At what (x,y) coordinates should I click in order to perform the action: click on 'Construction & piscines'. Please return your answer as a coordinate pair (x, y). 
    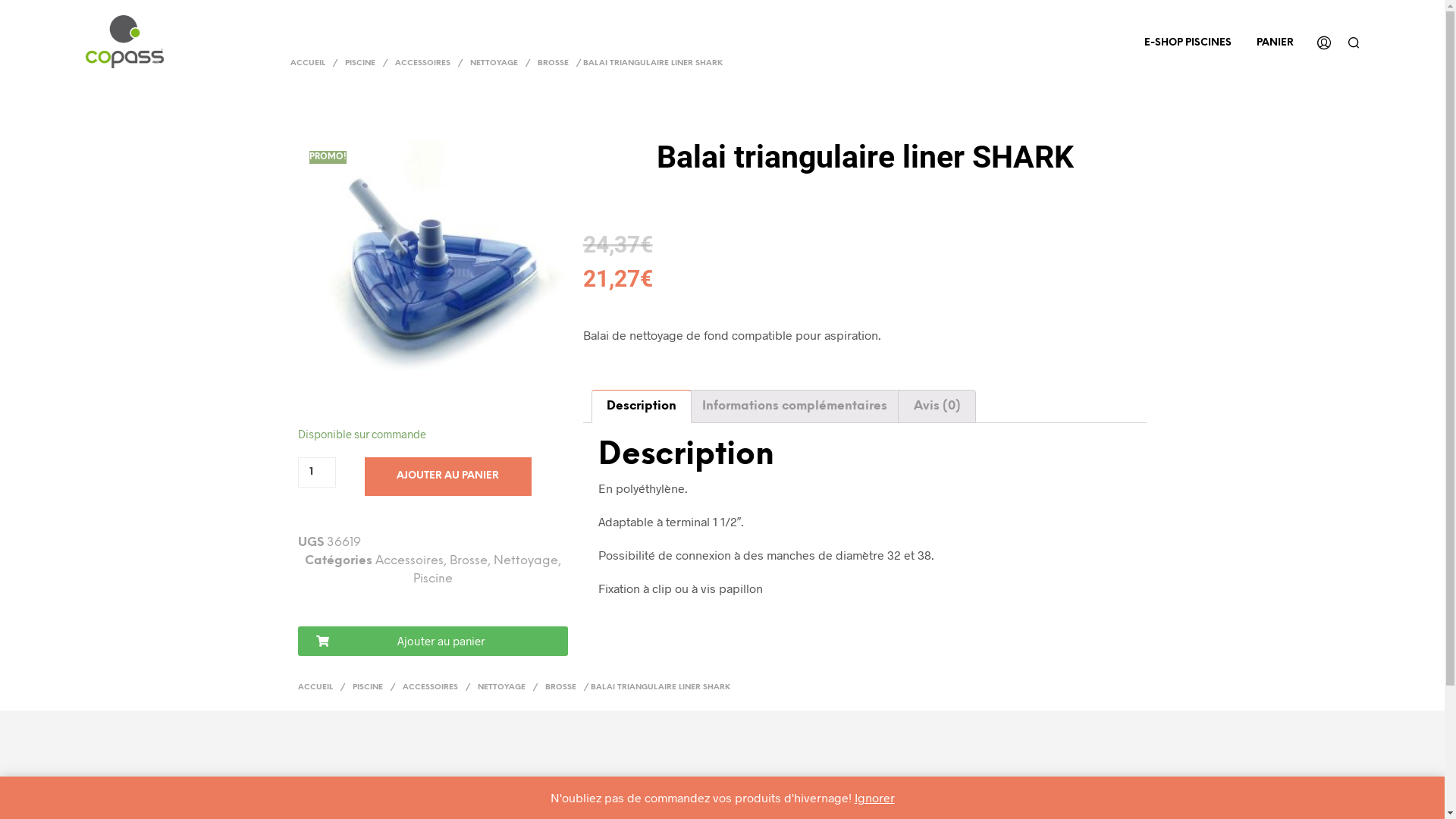
    Looking at the image, I should click on (124, 40).